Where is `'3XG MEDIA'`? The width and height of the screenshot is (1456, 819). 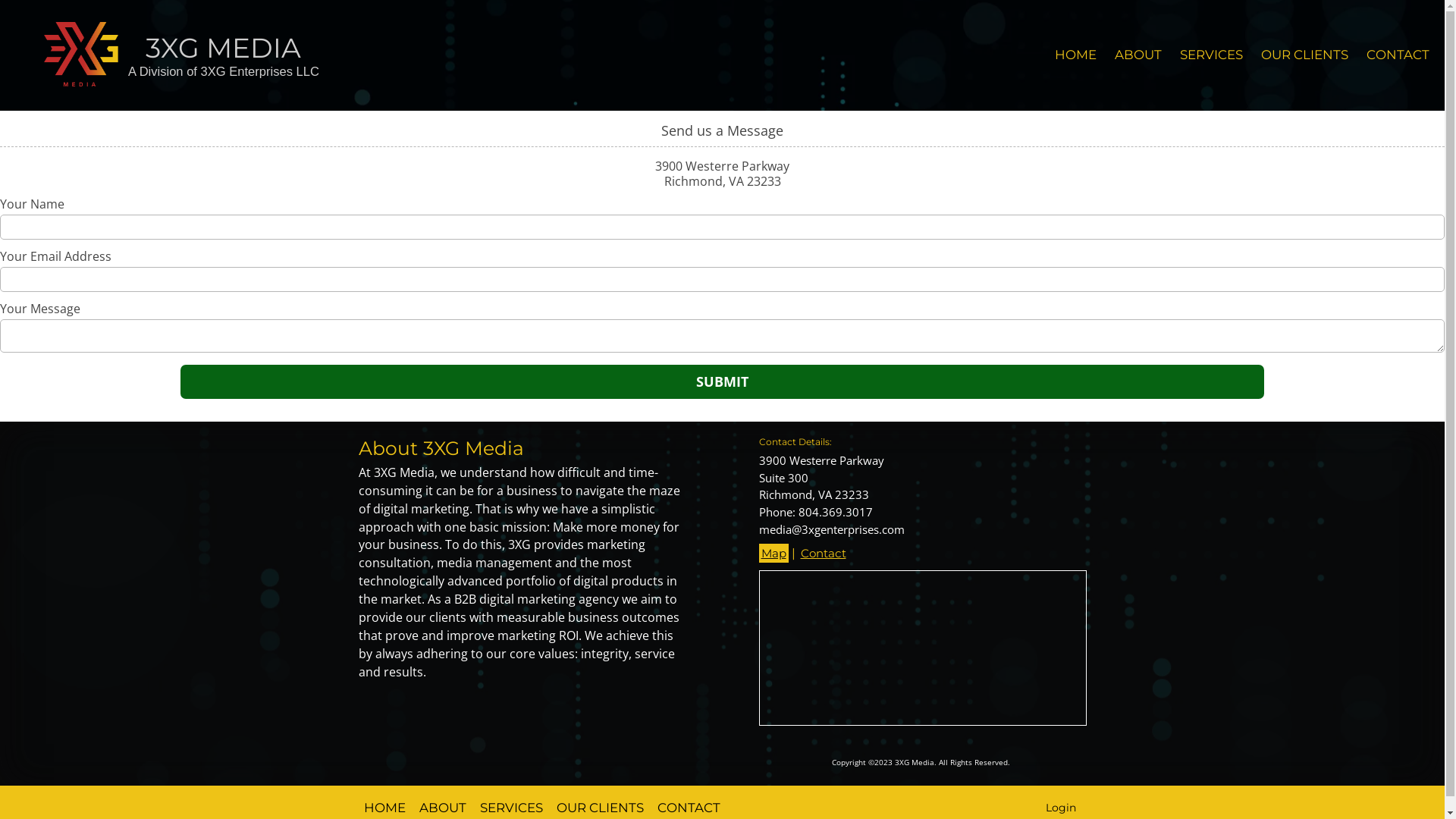
'3XG MEDIA' is located at coordinates (222, 46).